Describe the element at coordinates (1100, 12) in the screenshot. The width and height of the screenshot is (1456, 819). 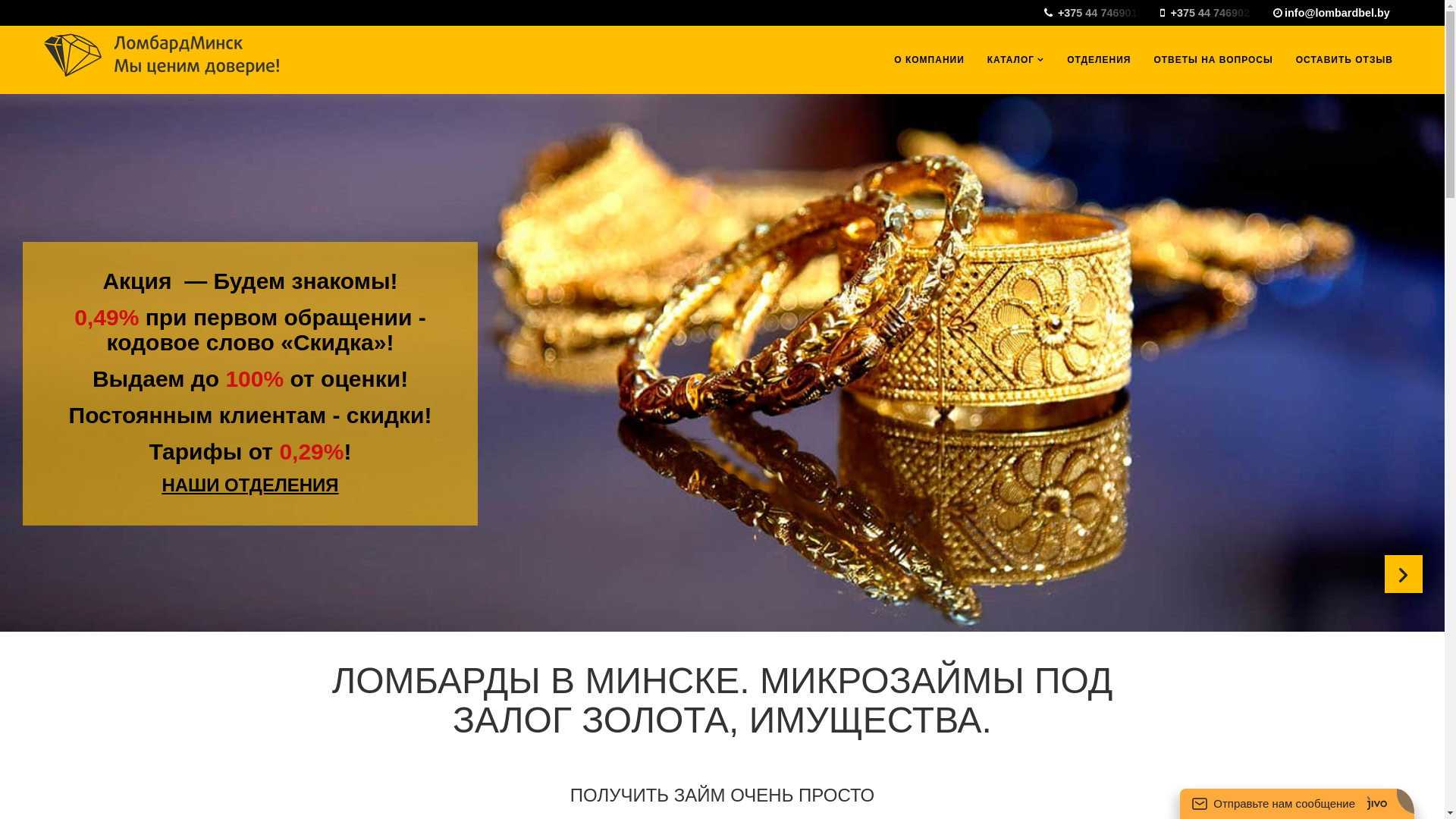
I see `'+375 44 746901'` at that location.